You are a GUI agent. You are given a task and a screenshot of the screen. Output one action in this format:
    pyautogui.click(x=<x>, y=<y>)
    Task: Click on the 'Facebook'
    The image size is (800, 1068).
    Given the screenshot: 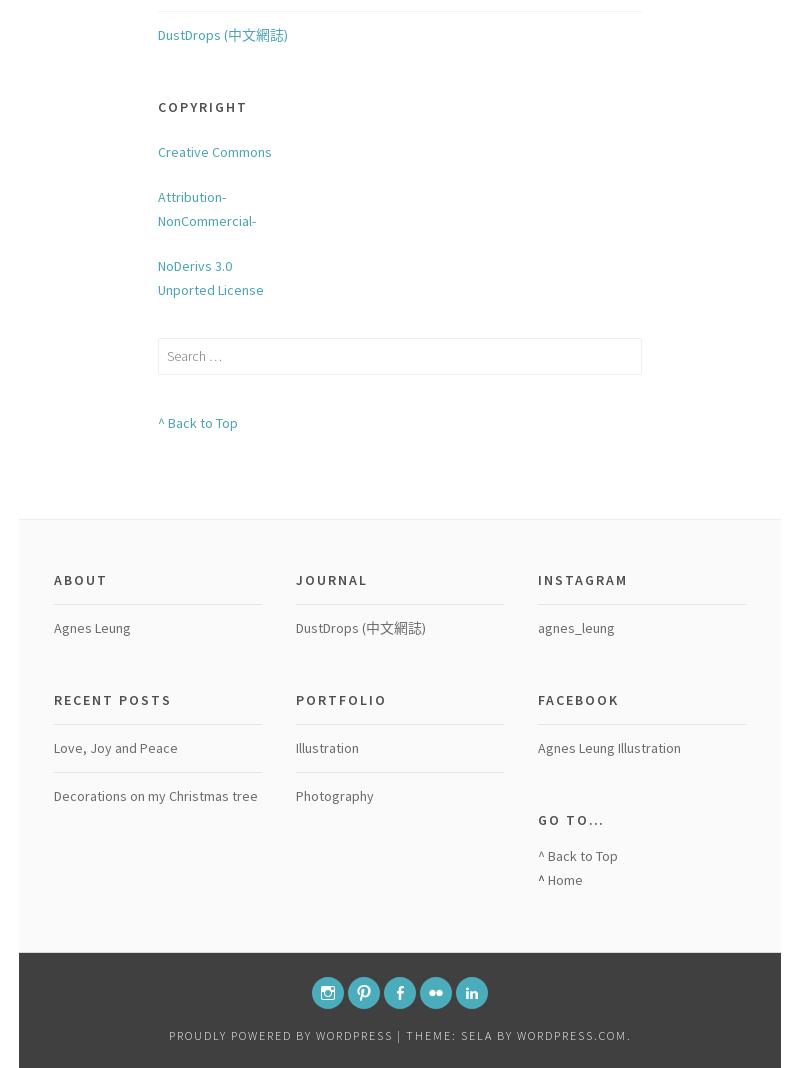 What is the action you would take?
    pyautogui.click(x=538, y=699)
    